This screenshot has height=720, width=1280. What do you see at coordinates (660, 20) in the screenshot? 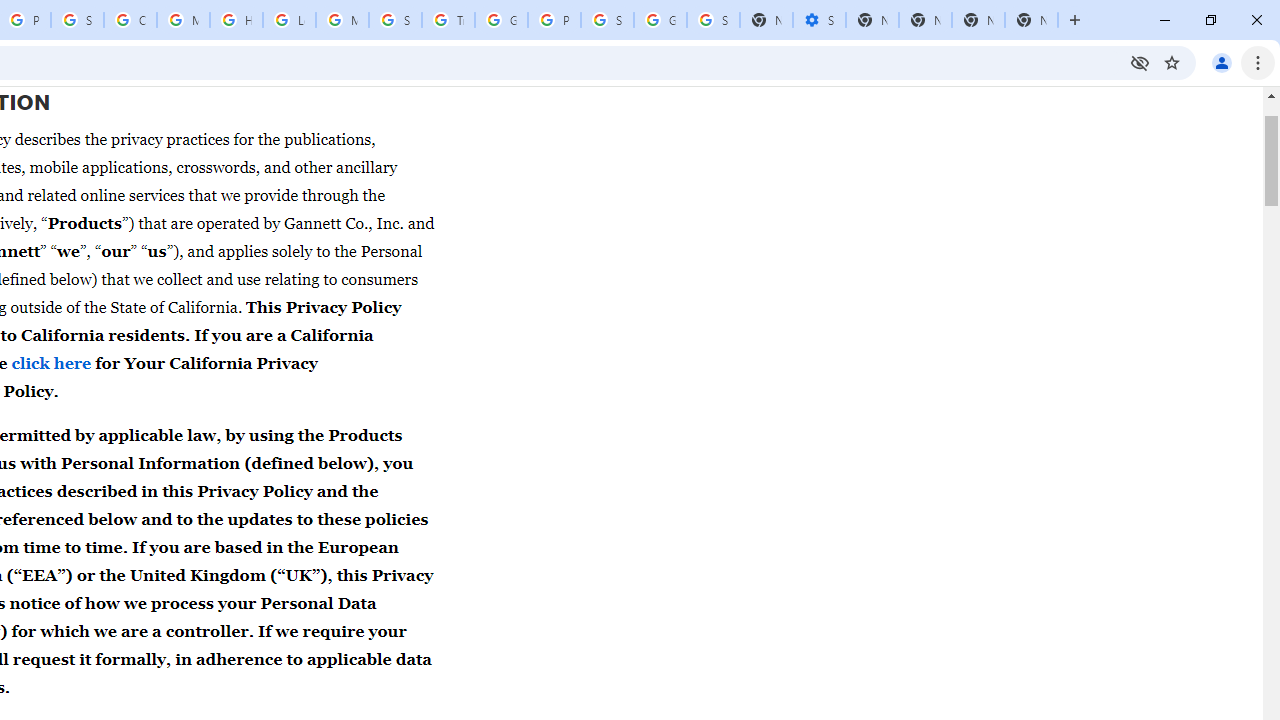
I see `'Google Cybersecurity Innovations - Google Safety Center'` at bounding box center [660, 20].